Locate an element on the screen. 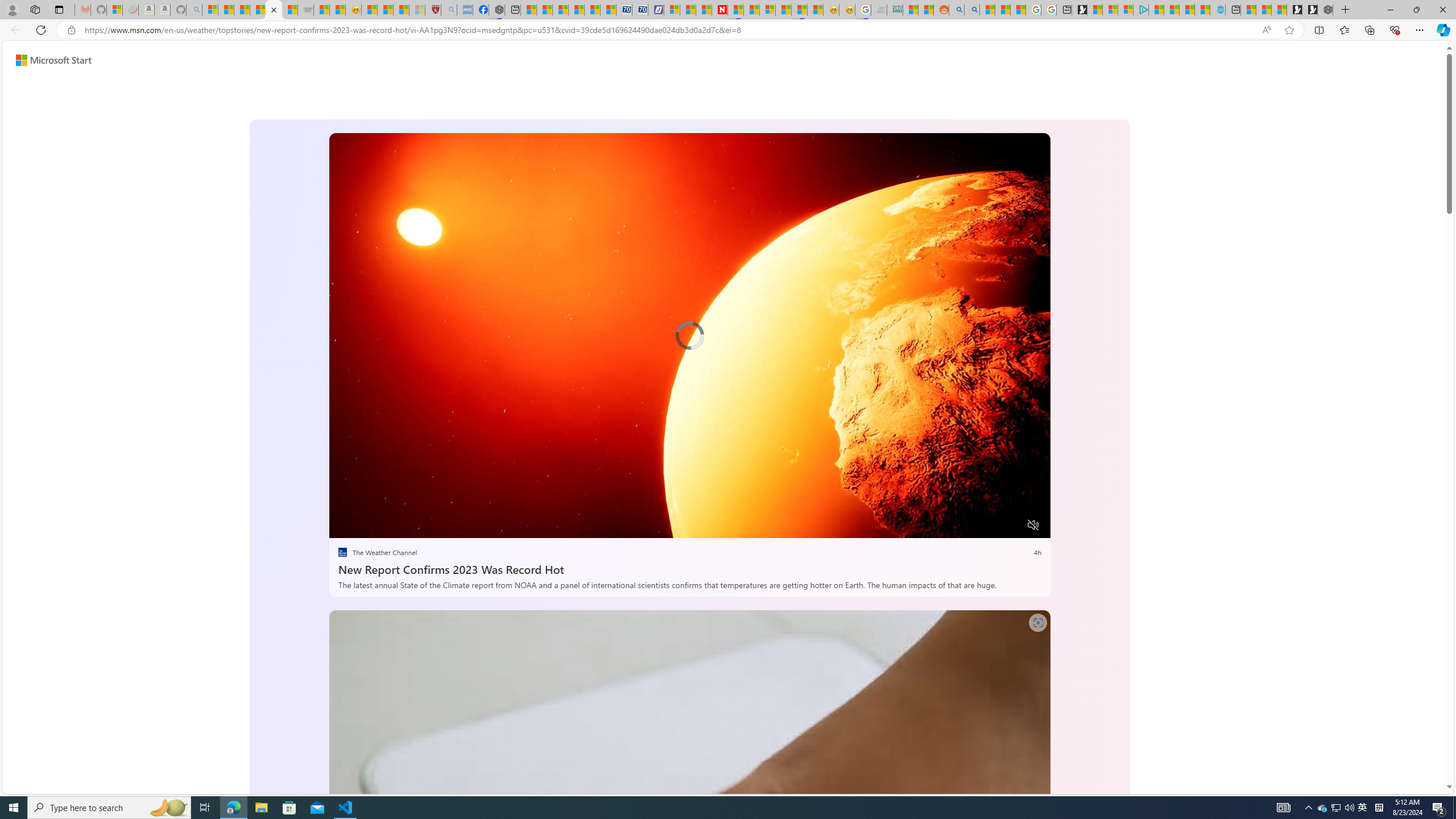 This screenshot has height=819, width=1456. 'Fullscreen' is located at coordinates (1011, 525).